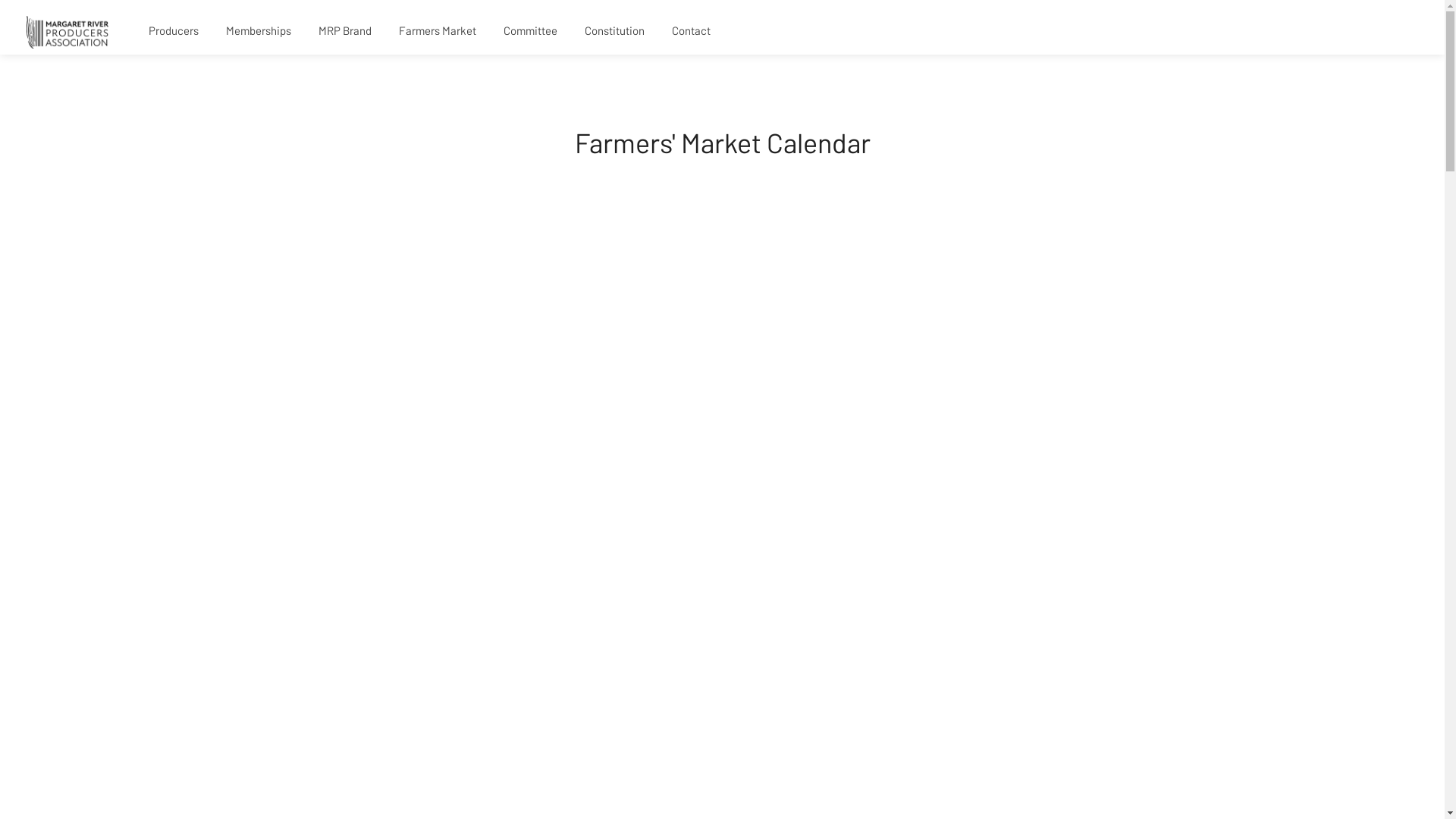  I want to click on 'Producers', so click(174, 31).